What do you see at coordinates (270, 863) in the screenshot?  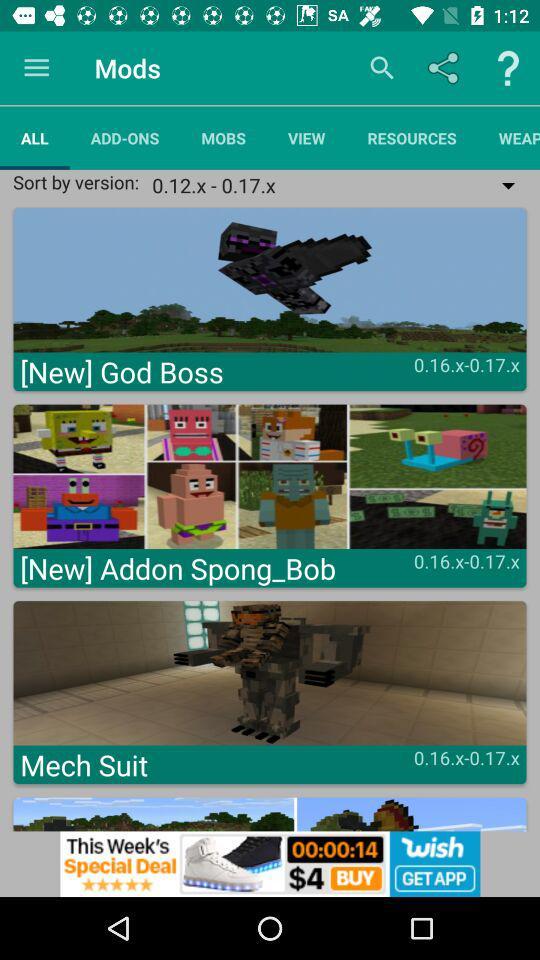 I see `advertisement` at bounding box center [270, 863].